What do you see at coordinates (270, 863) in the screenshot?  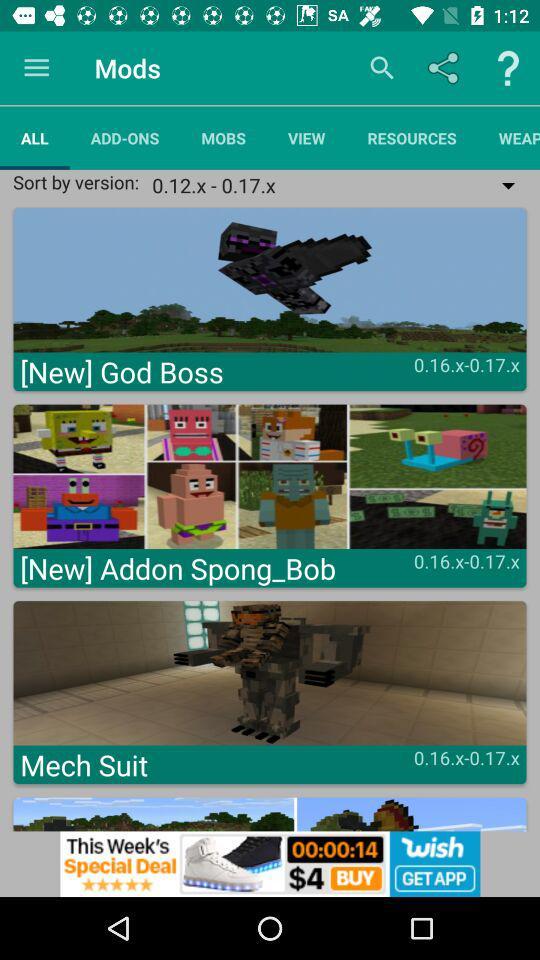 I see `advertisement` at bounding box center [270, 863].